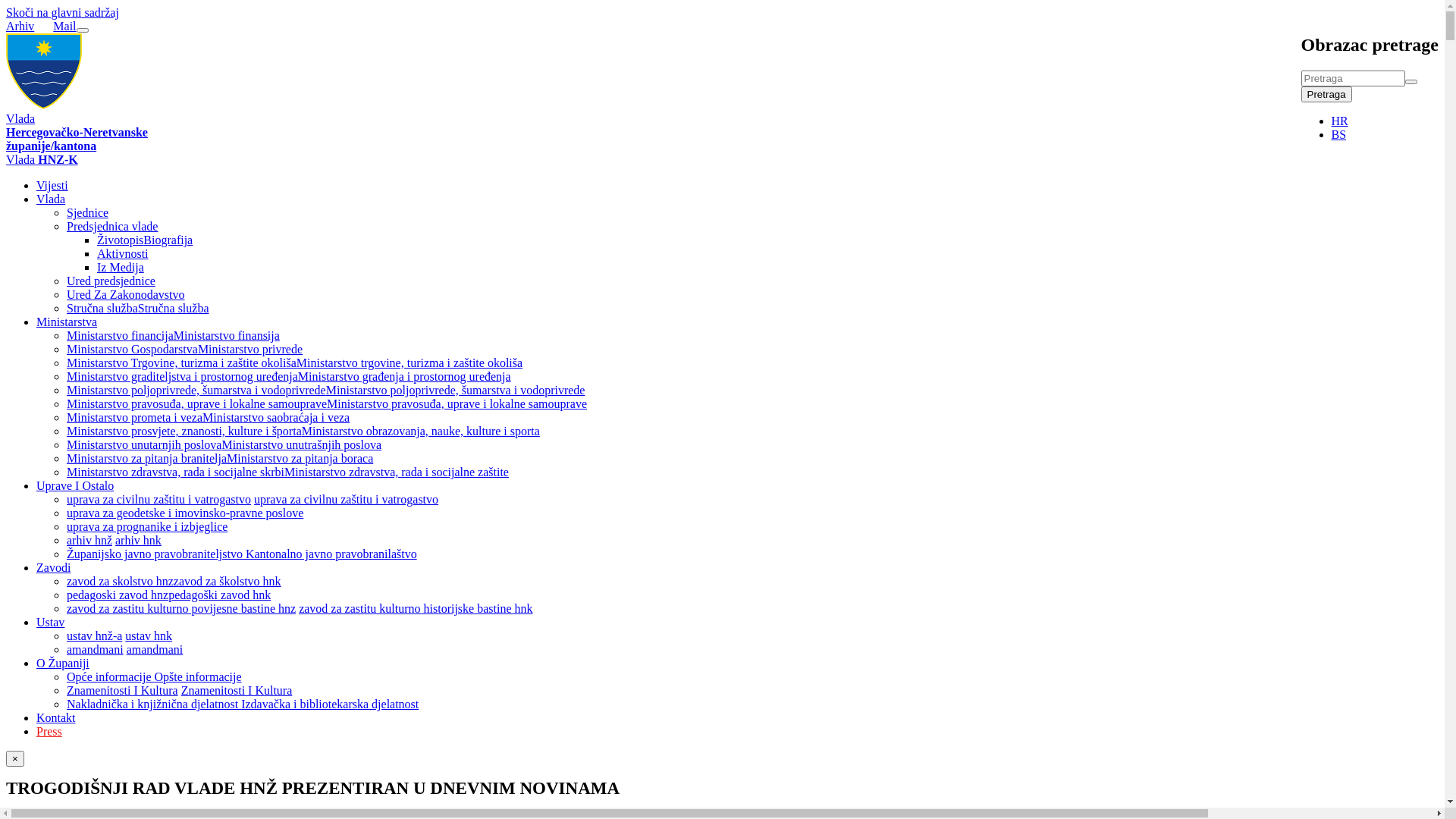 The width and height of the screenshot is (1456, 819). What do you see at coordinates (134, 417) in the screenshot?
I see `'Ministarstvo prometa i veza'` at bounding box center [134, 417].